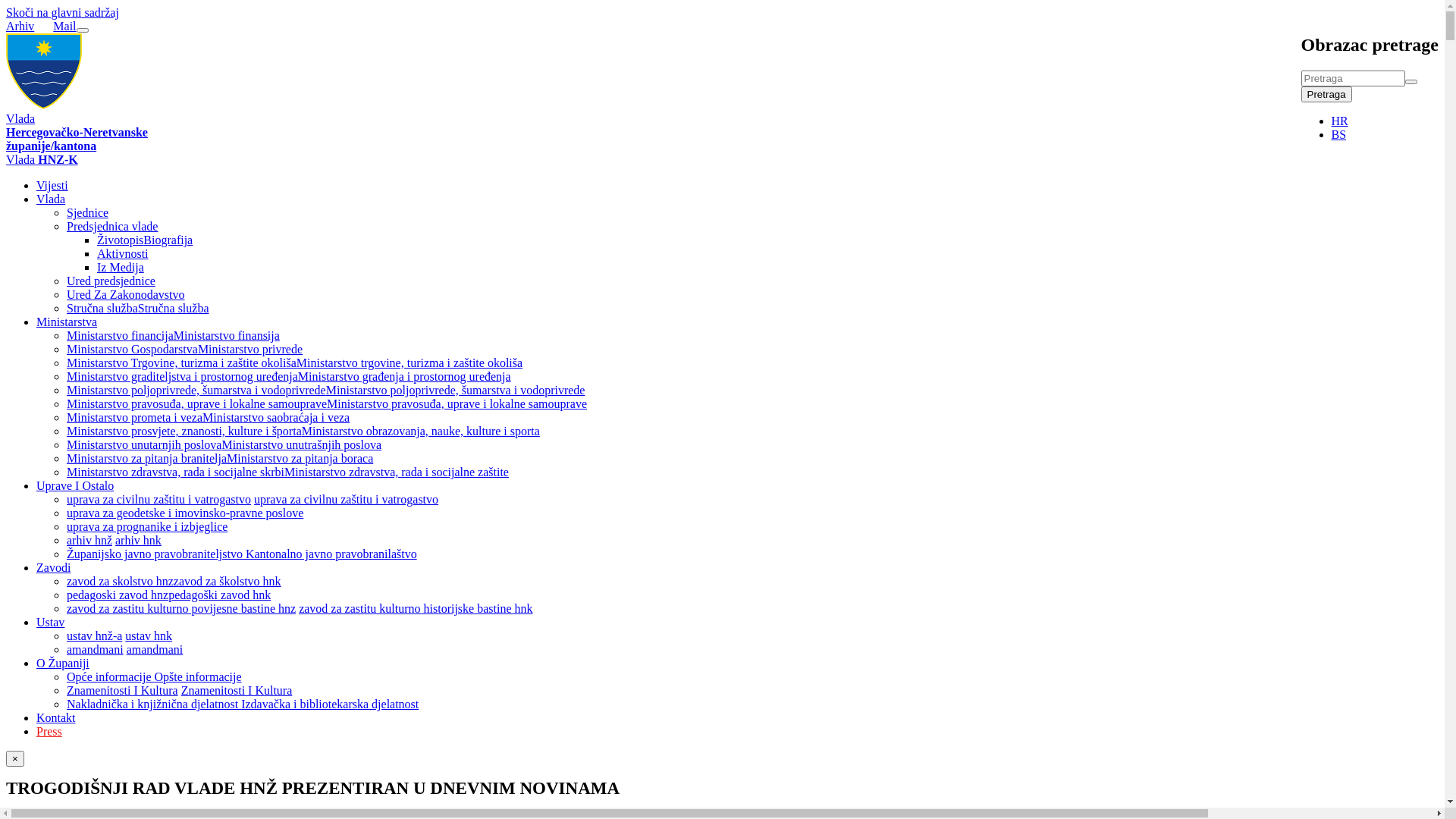 The width and height of the screenshot is (1456, 819). What do you see at coordinates (134, 417) in the screenshot?
I see `'Ministarstvo prometa i veza'` at bounding box center [134, 417].